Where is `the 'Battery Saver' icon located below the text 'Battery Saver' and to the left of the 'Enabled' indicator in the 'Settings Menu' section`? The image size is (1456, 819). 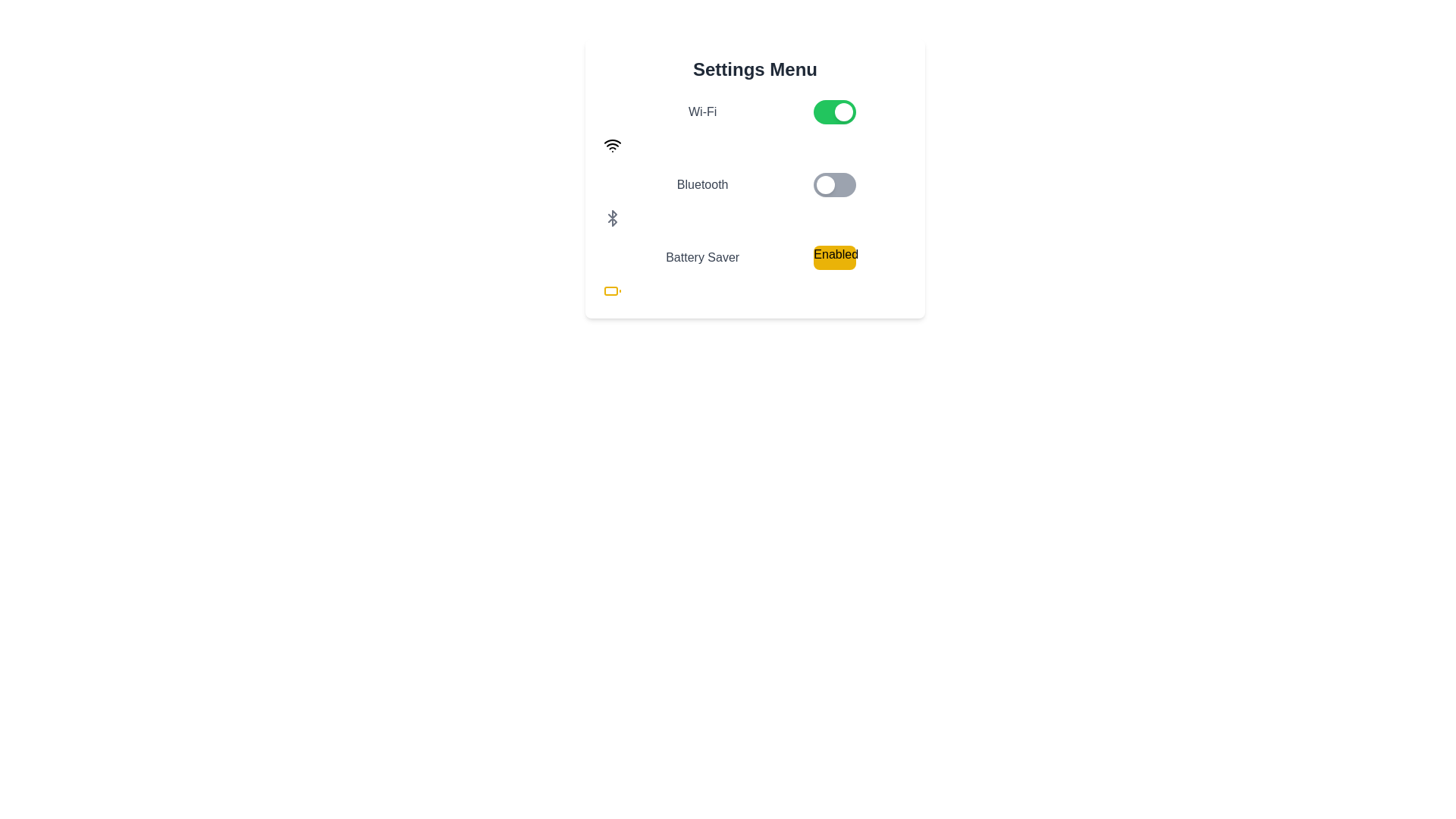 the 'Battery Saver' icon located below the text 'Battery Saver' and to the left of the 'Enabled' indicator in the 'Settings Menu' section is located at coordinates (612, 291).